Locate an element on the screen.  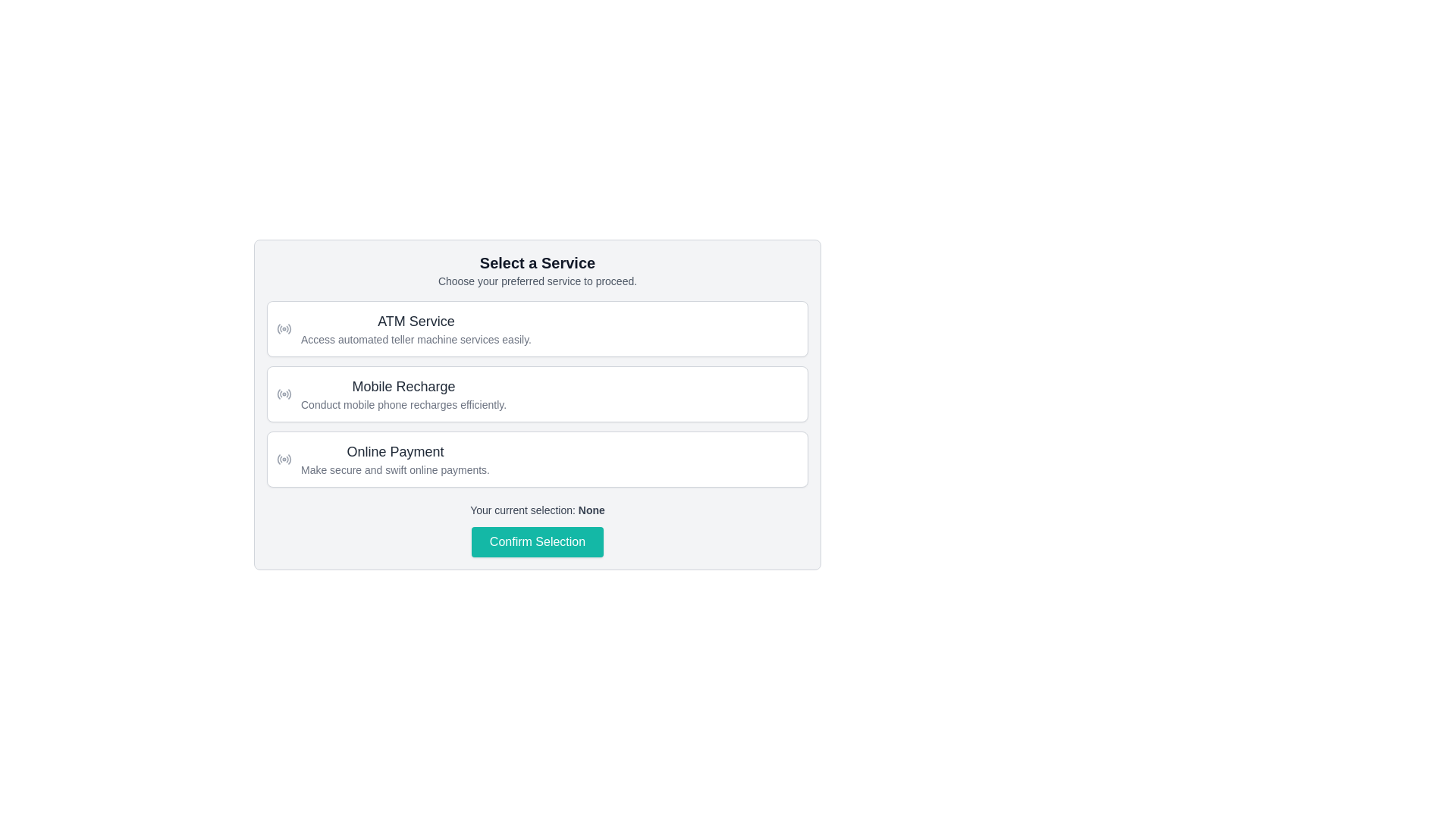
the 'Mobile Recharge' selectable list item, which is the second item in the vertical list under the 'Select a Service' section is located at coordinates (538, 403).